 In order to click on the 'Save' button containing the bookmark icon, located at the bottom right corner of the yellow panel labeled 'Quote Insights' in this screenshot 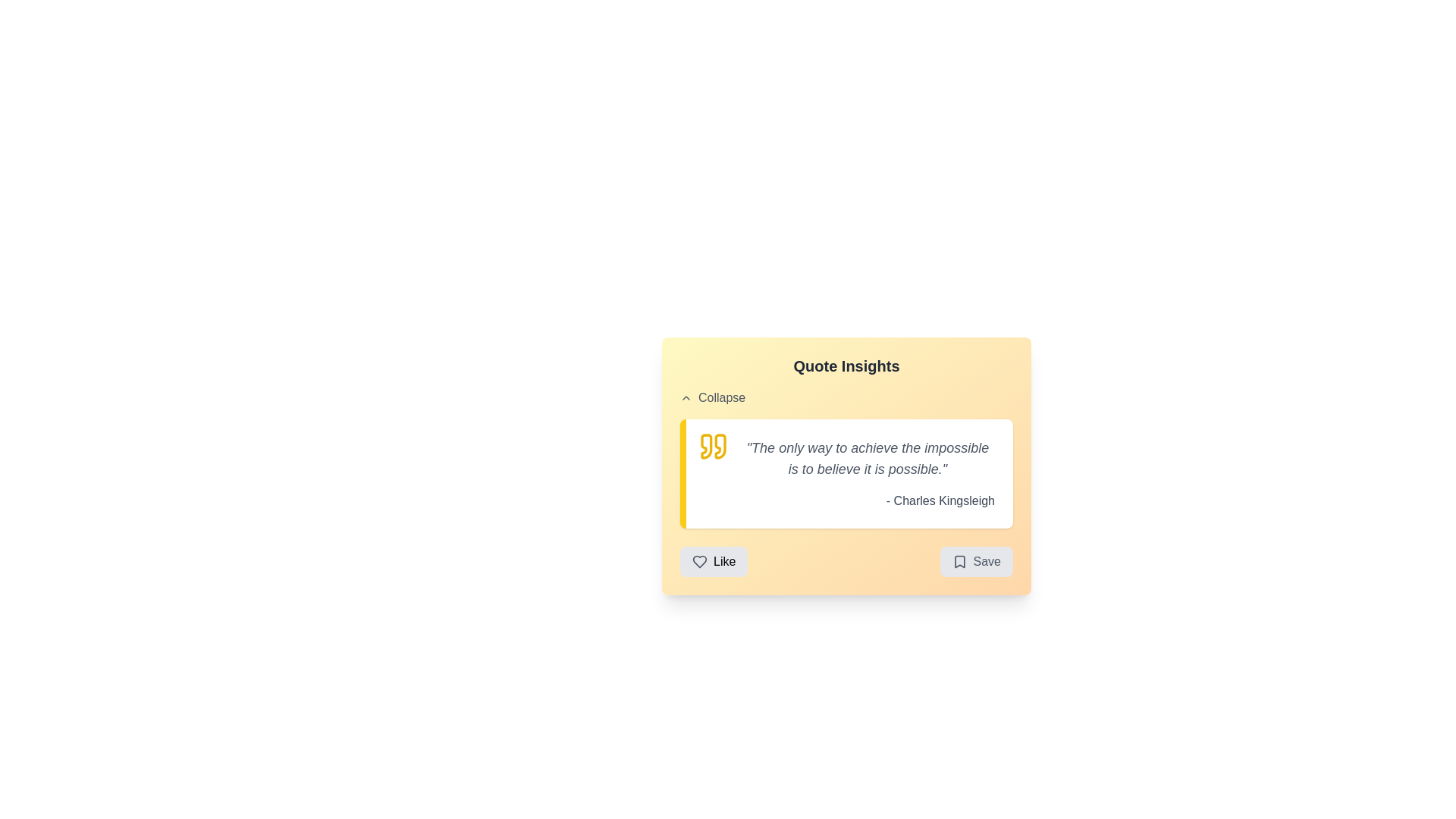, I will do `click(959, 561)`.